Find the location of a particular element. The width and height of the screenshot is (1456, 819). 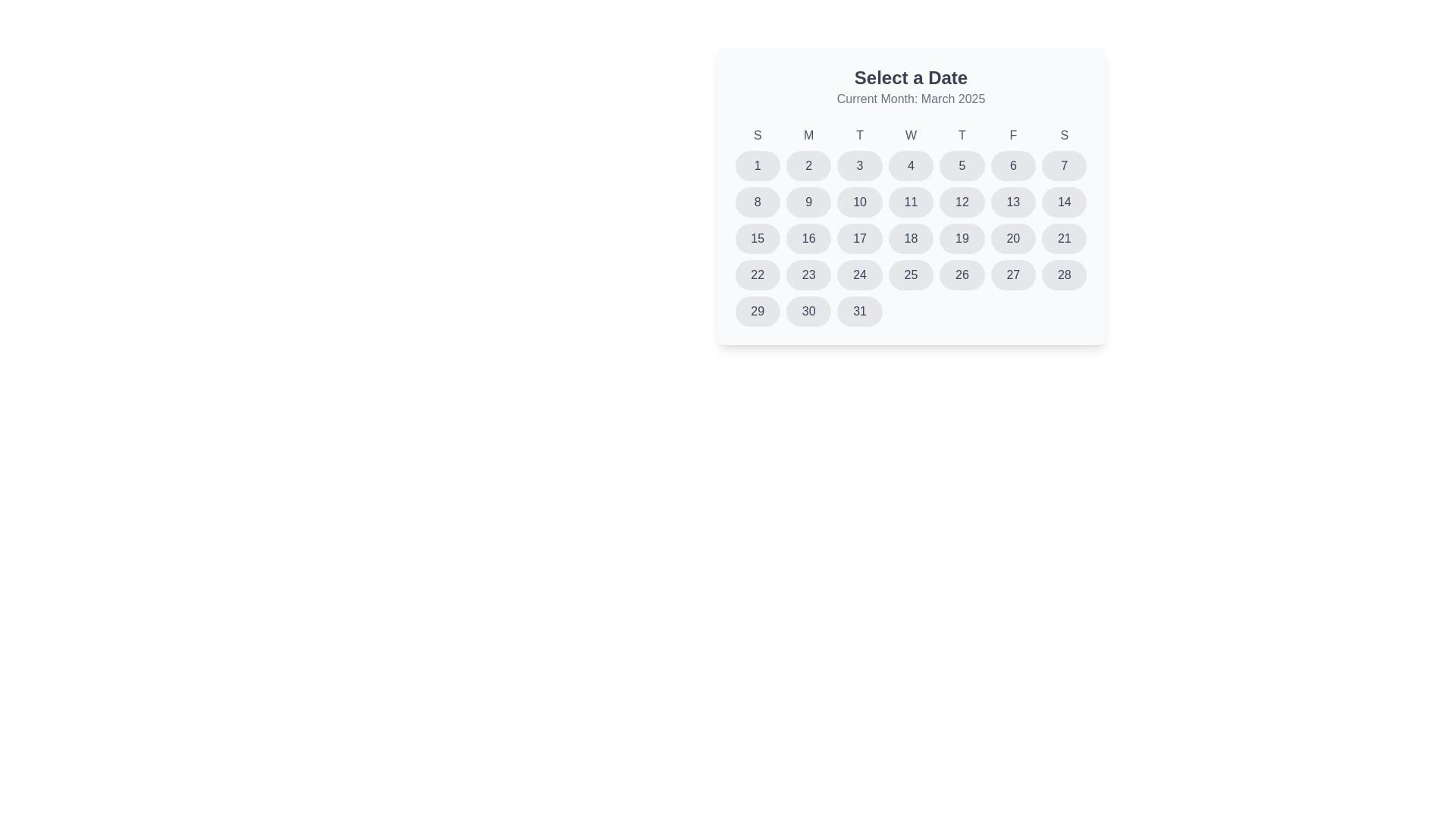

text 'Current Month: March 2025' displayed underneath the header 'Select a Date' in the date selection component is located at coordinates (910, 99).